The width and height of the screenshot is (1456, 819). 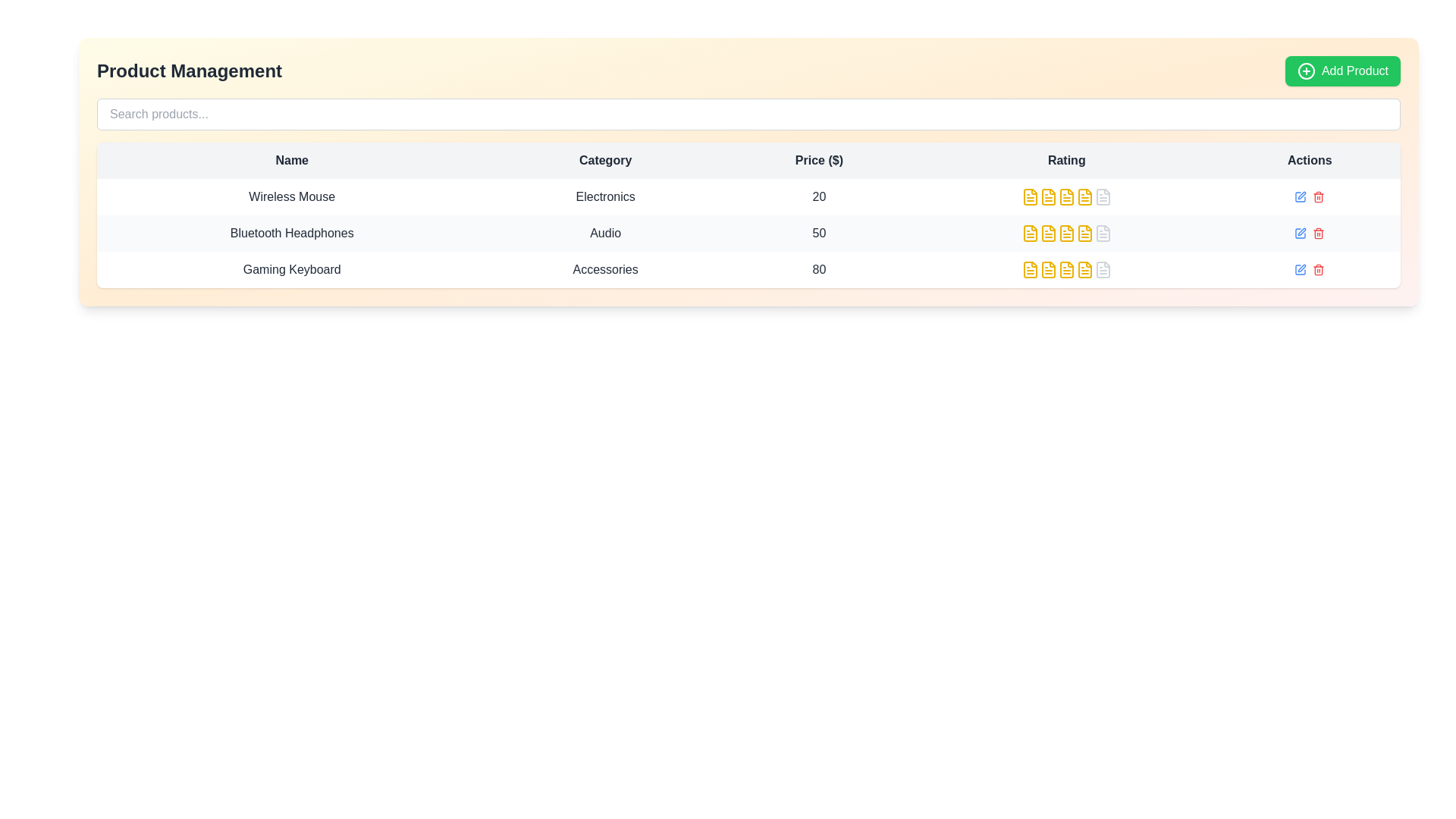 I want to click on the first rating icon in the 'Rating' column for the 'Wireless Mouse' product, so click(x=1084, y=196).